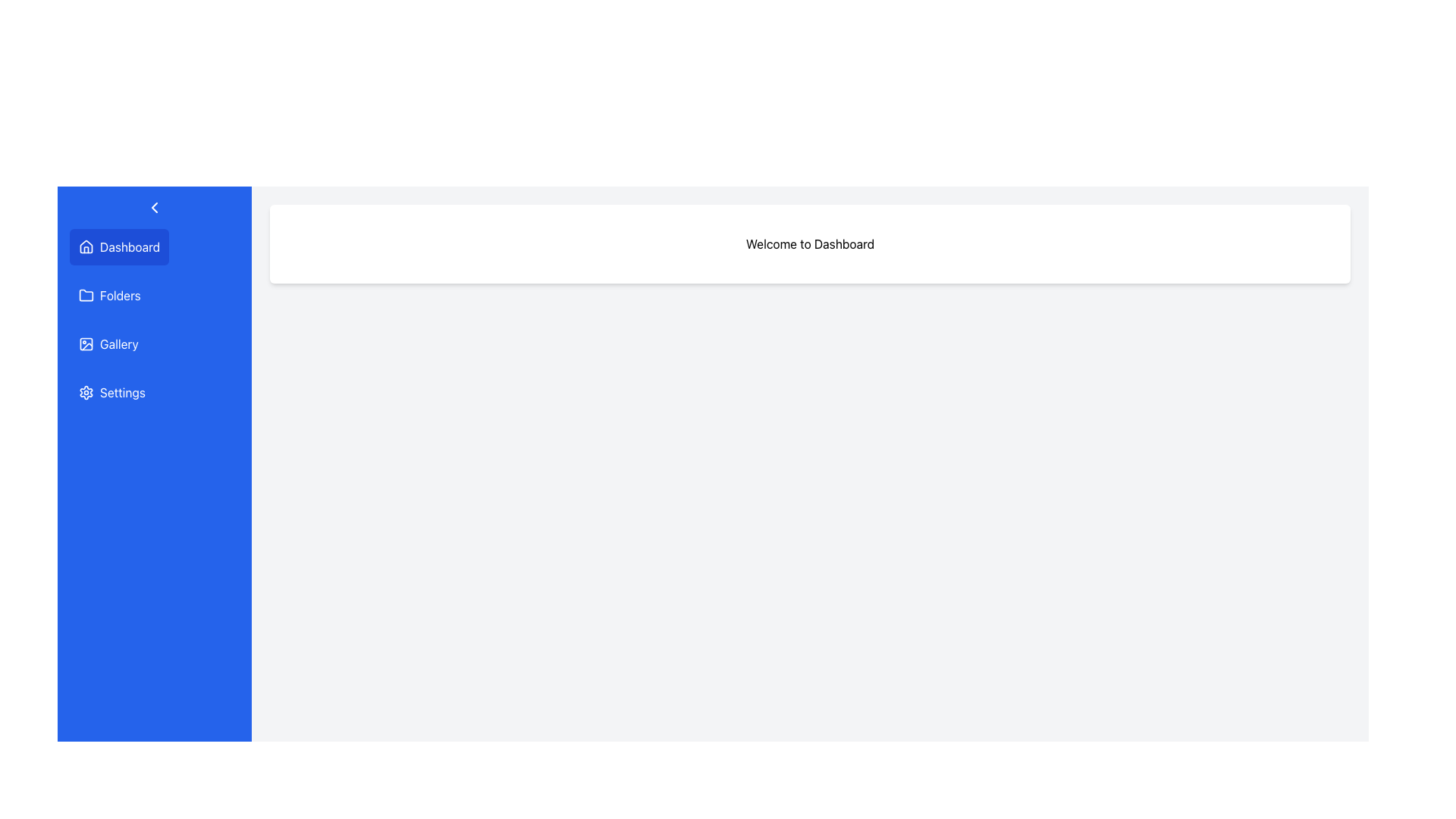 Image resolution: width=1456 pixels, height=819 pixels. What do you see at coordinates (130, 246) in the screenshot?
I see `the 'Dashboard' text label in the sidebar menu, which is styled in white text against a blue background and positioned next to a house icon` at bounding box center [130, 246].